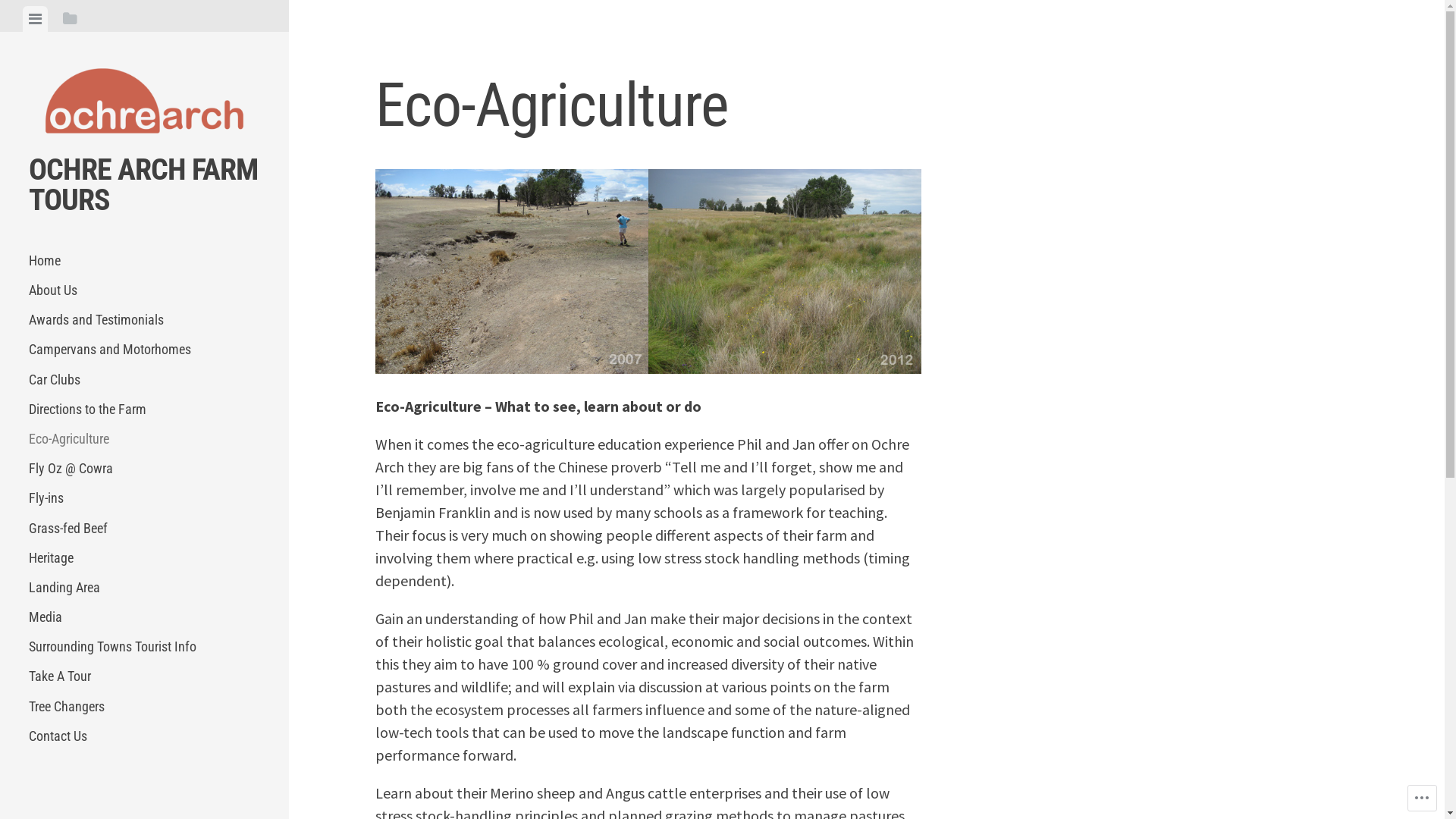 The width and height of the screenshot is (1456, 819). Describe the element at coordinates (29, 349) in the screenshot. I see `'Campervans and Motorhomes'` at that location.